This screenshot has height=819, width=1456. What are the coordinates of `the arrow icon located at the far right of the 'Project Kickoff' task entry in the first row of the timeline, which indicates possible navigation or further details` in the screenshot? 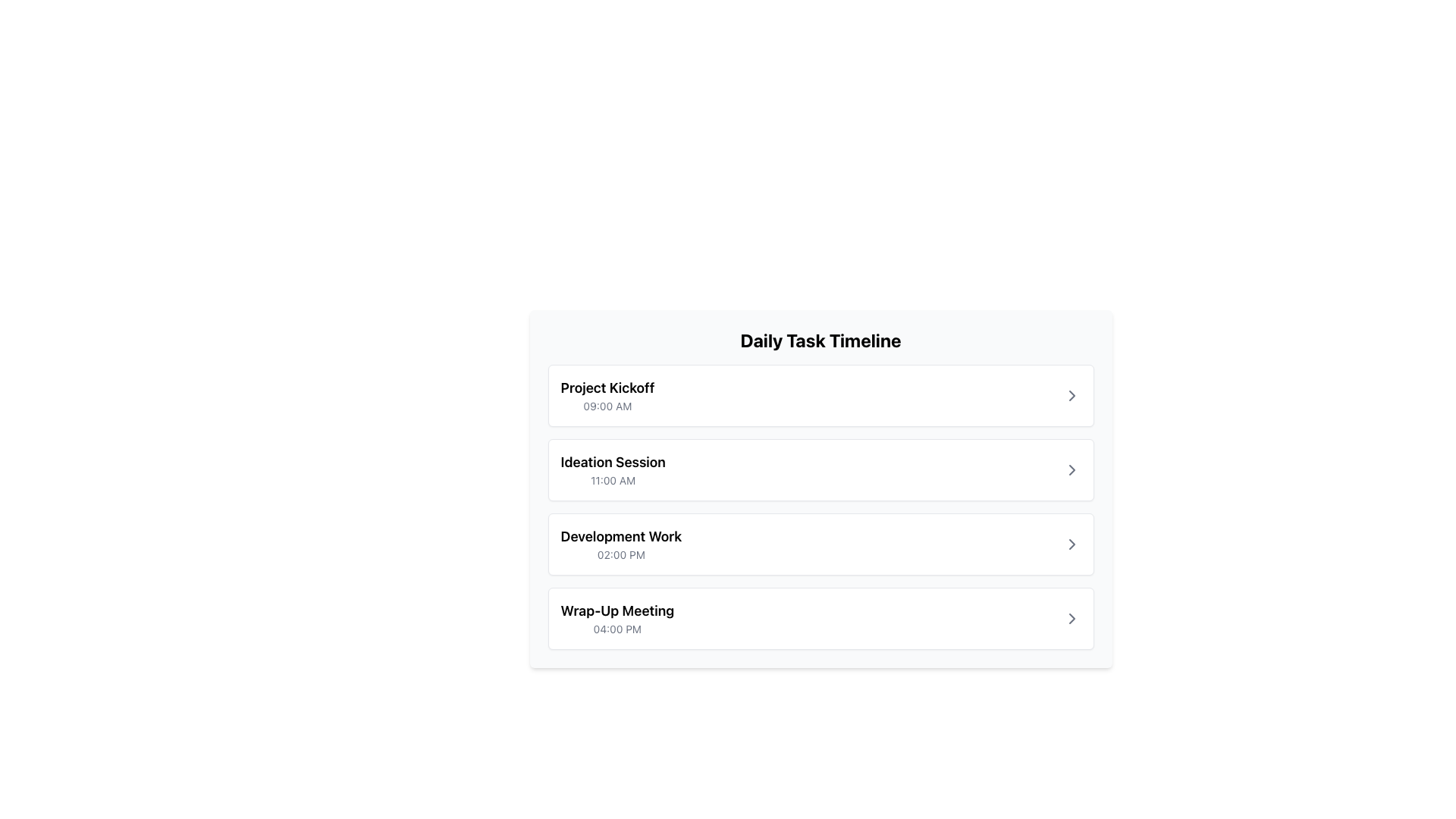 It's located at (1071, 394).